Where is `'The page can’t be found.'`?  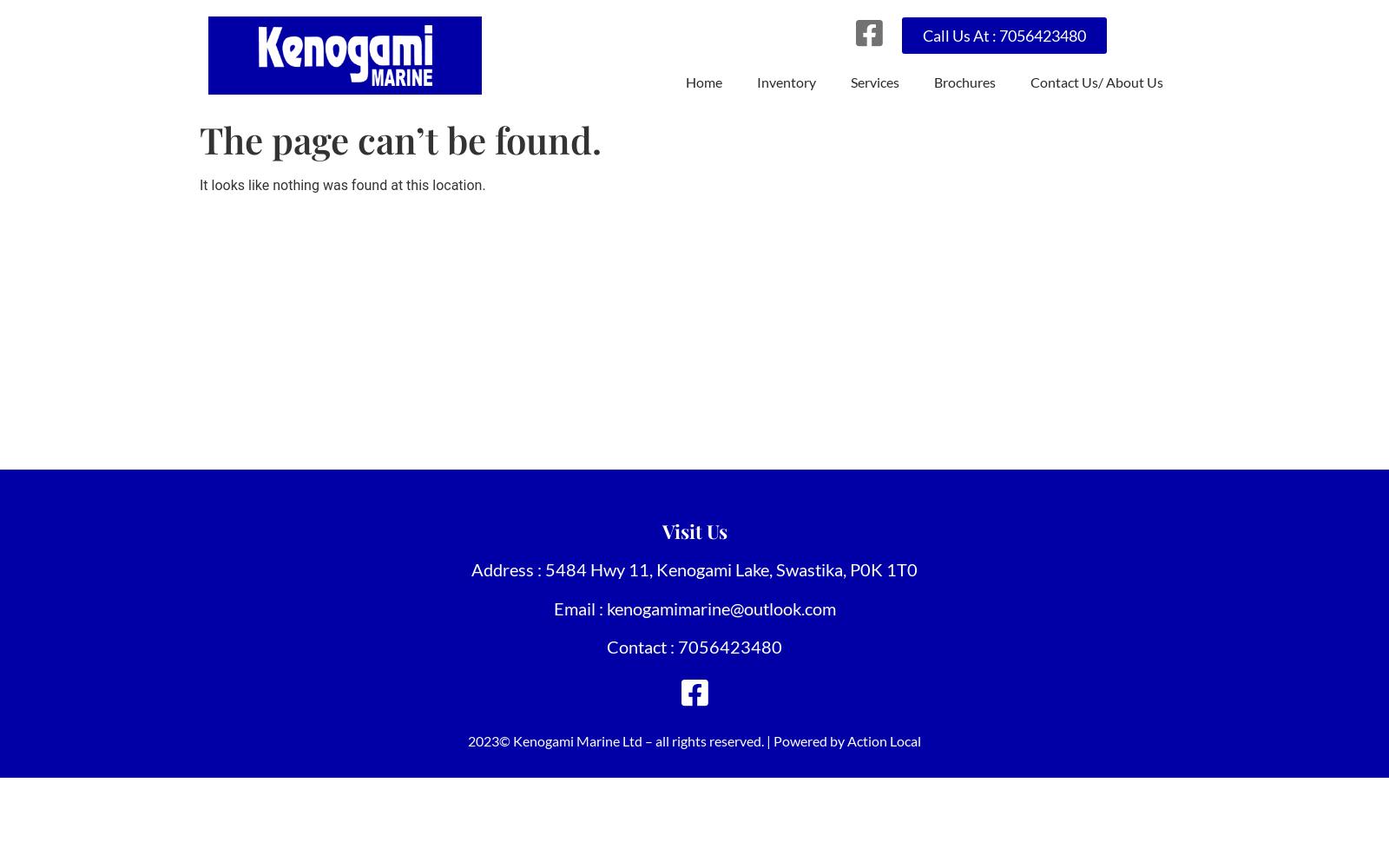
'The page can’t be found.' is located at coordinates (399, 140).